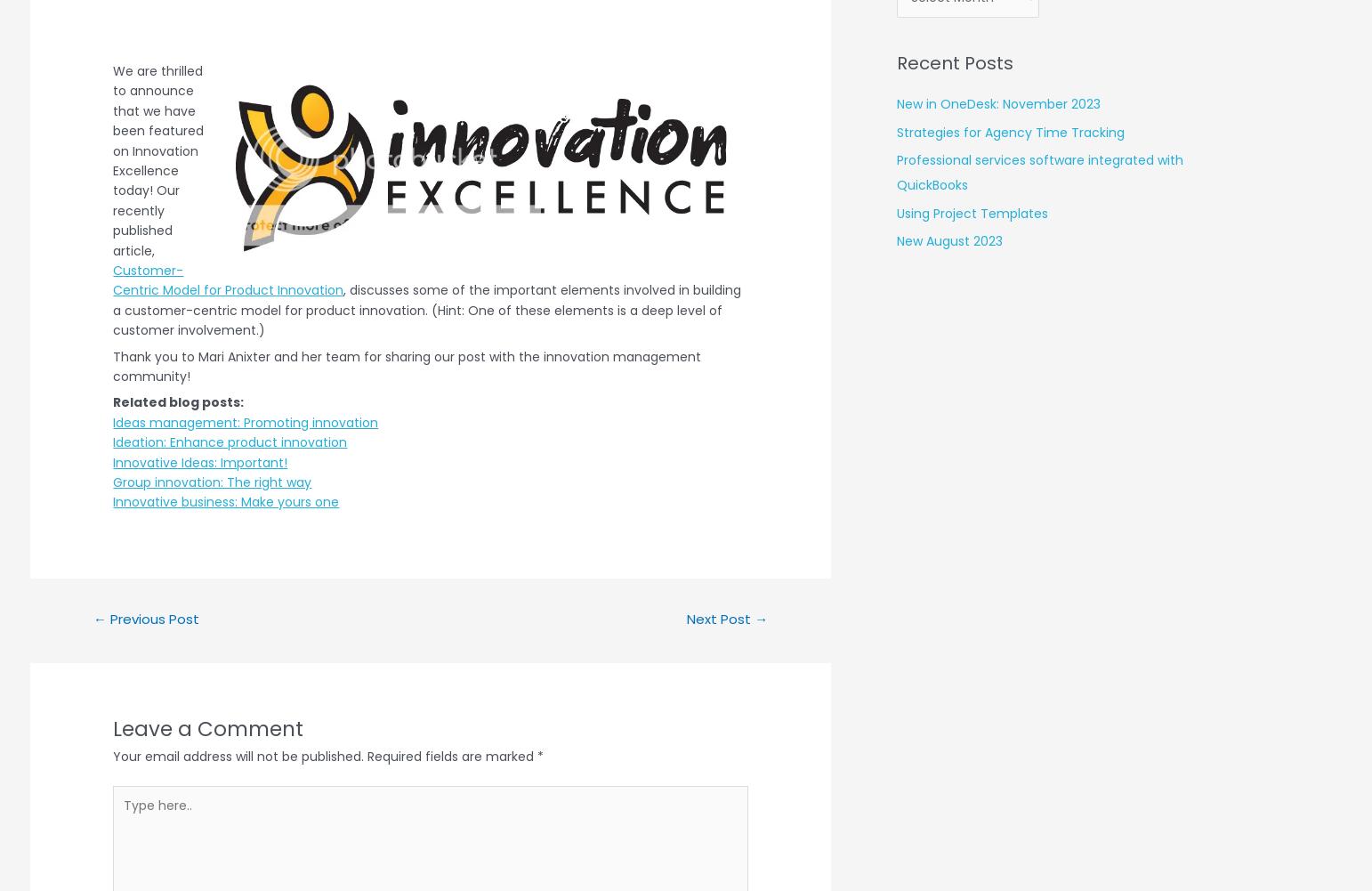  Describe the element at coordinates (211, 481) in the screenshot. I see `'Group innovation: The right way'` at that location.